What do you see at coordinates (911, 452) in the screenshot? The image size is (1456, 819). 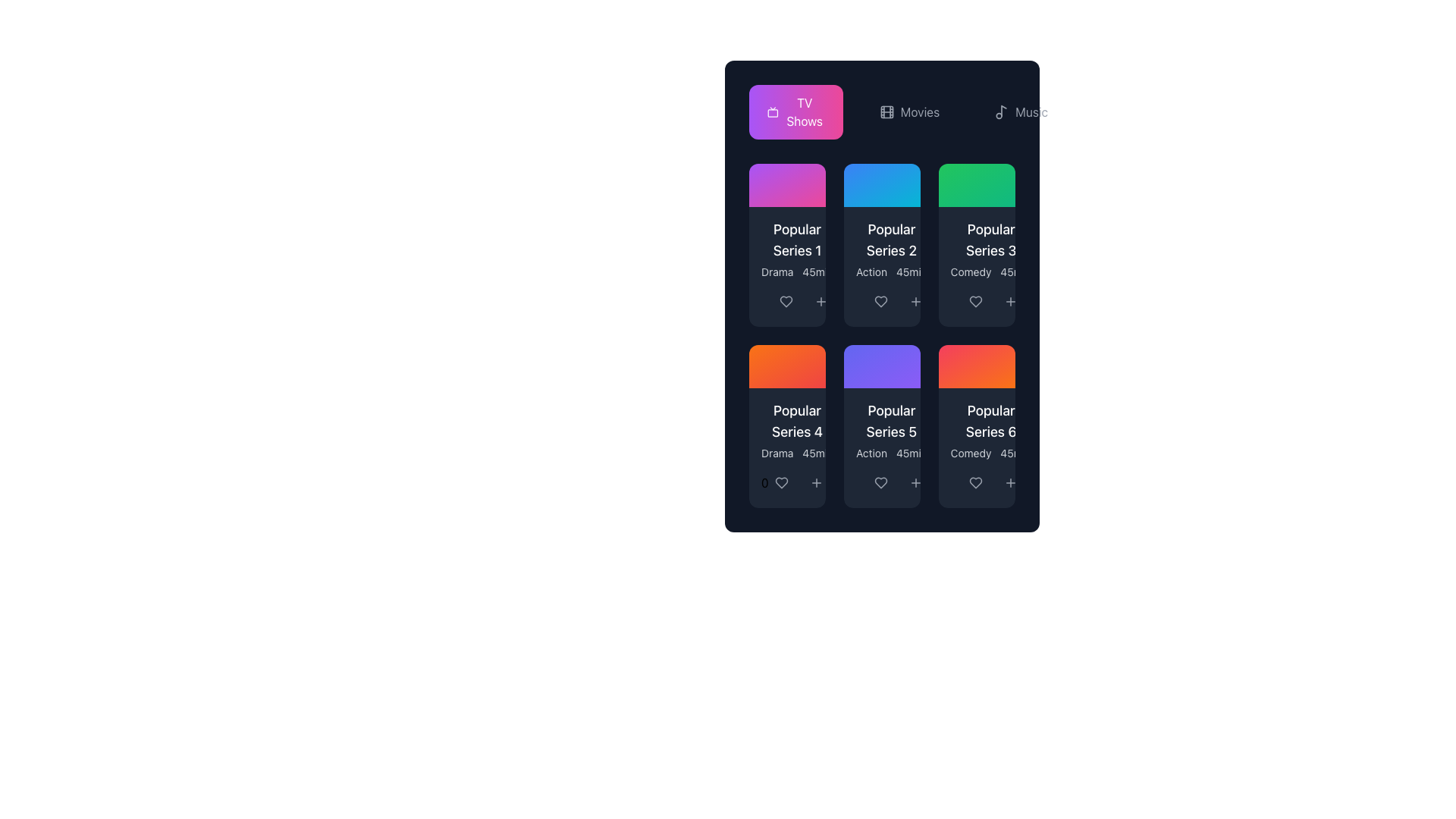 I see `text label displaying '45min' located at the bottom of the 'Popular Series 5' card in the grid layout` at bounding box center [911, 452].